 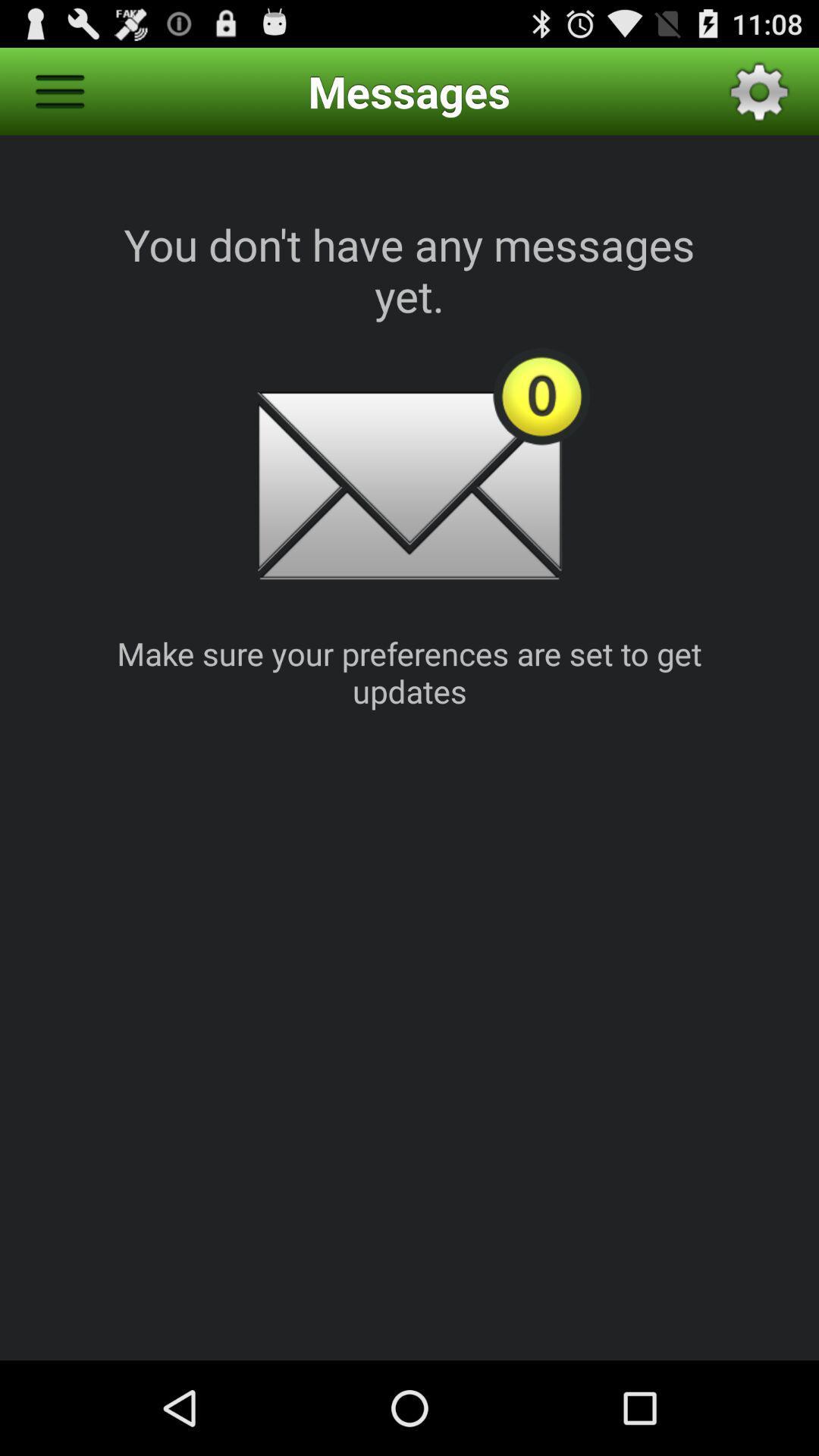 What do you see at coordinates (58, 90) in the screenshot?
I see `app to the left of the messages icon` at bounding box center [58, 90].